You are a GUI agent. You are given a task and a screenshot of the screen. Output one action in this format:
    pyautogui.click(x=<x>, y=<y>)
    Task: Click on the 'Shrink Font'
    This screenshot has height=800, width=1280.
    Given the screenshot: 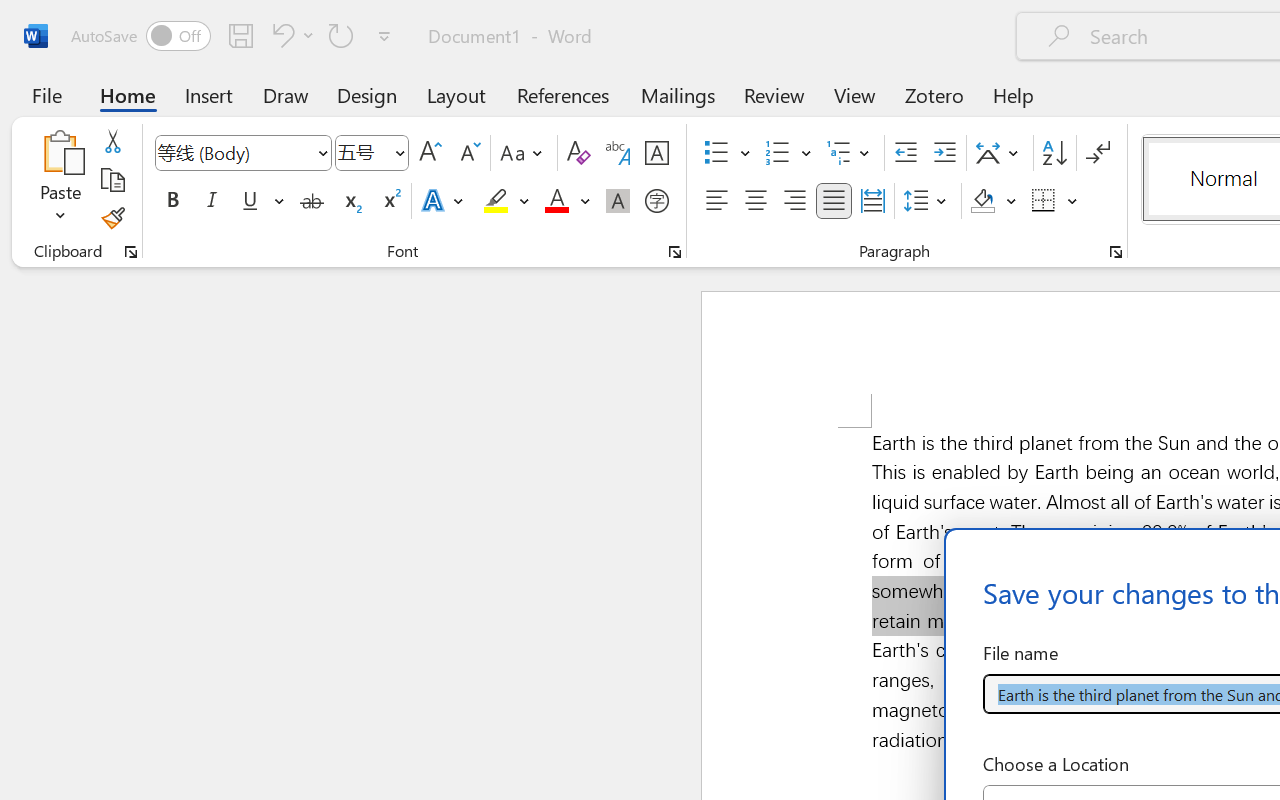 What is the action you would take?
    pyautogui.click(x=467, y=153)
    